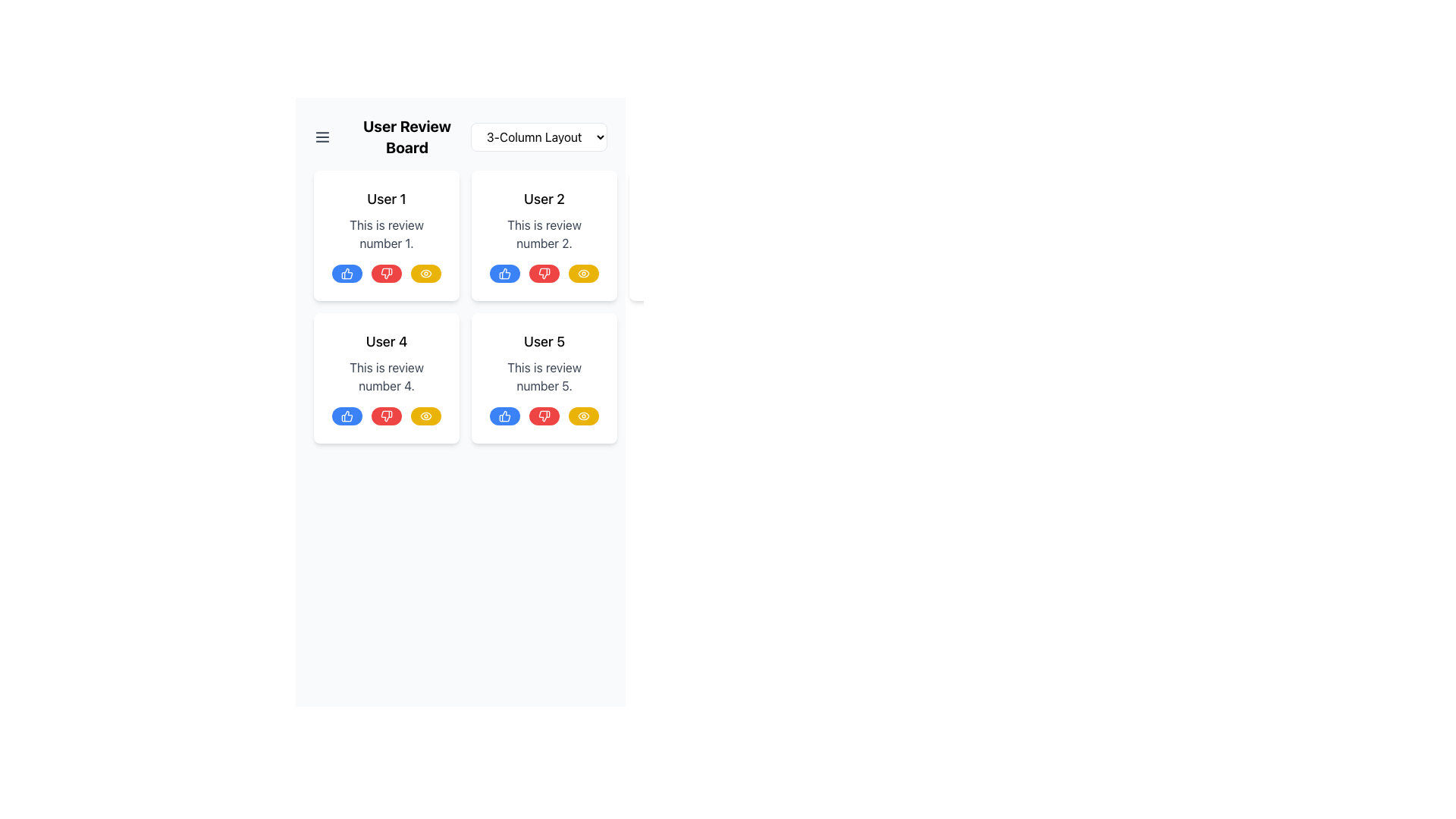 The image size is (1456, 819). I want to click on the 'like' button for the review associated with 'User 5', so click(505, 416).